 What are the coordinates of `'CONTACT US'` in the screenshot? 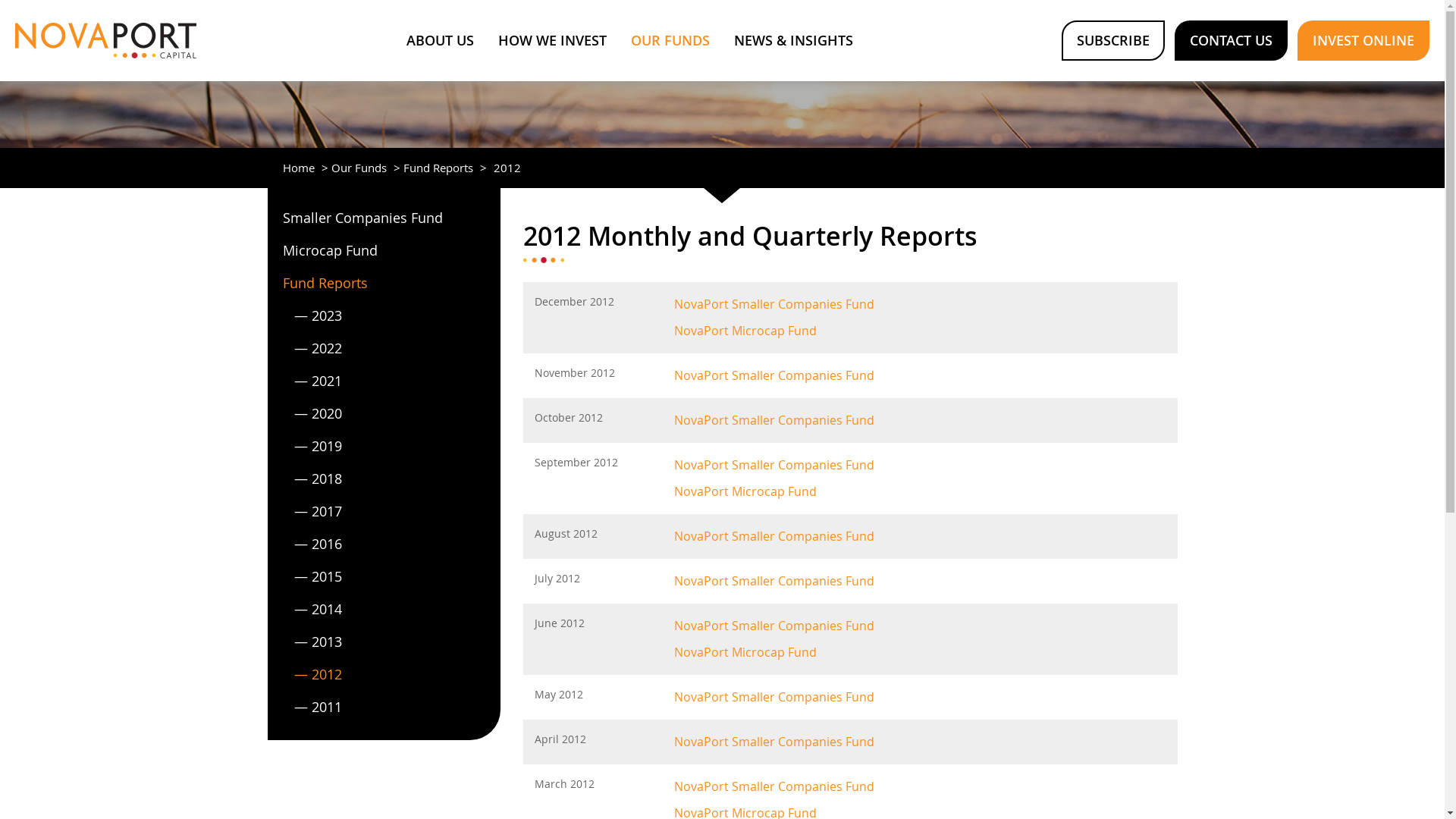 It's located at (1174, 39).